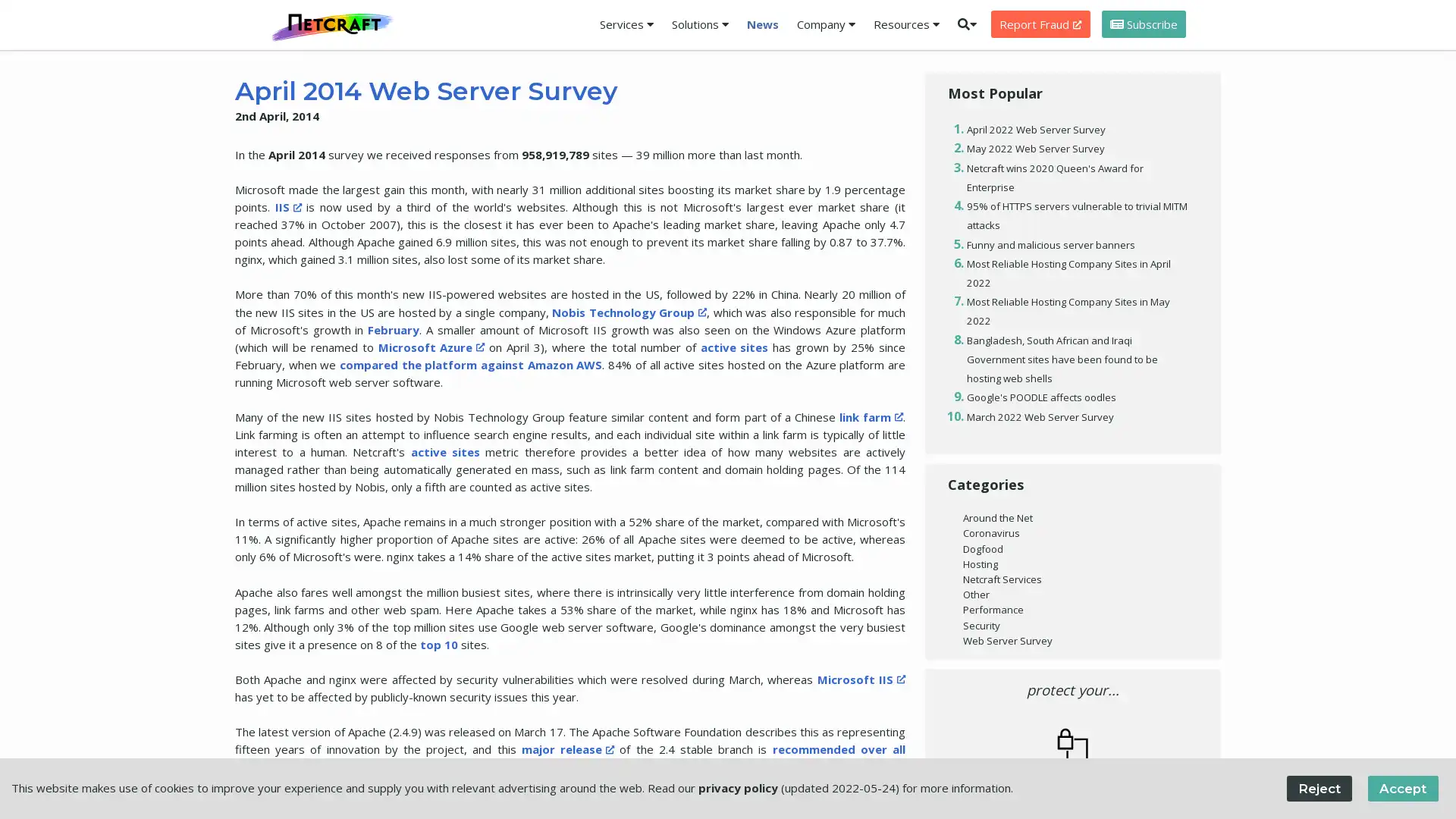  What do you see at coordinates (1401, 787) in the screenshot?
I see `Accept` at bounding box center [1401, 787].